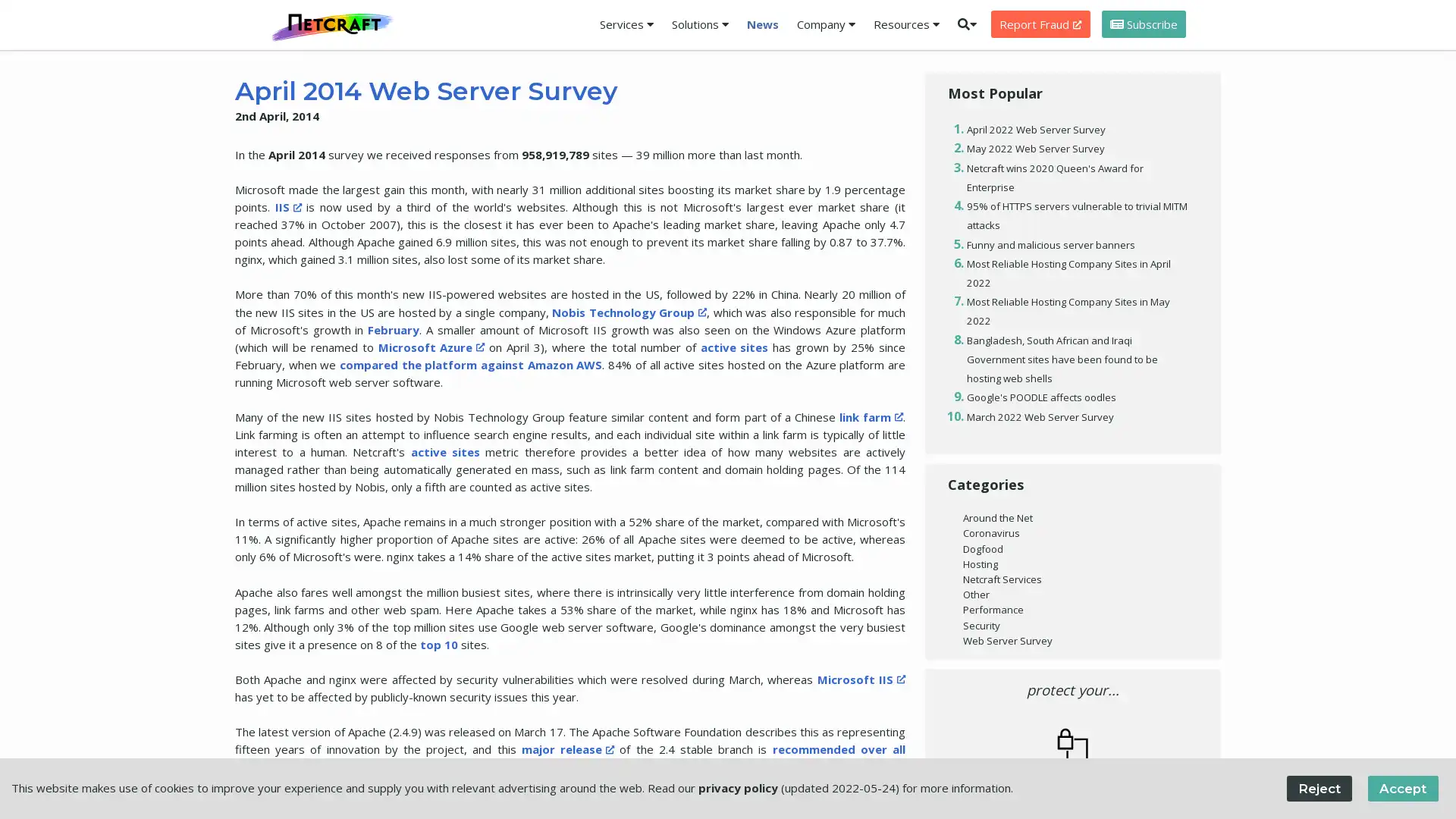  What do you see at coordinates (1401, 787) in the screenshot?
I see `Accept` at bounding box center [1401, 787].